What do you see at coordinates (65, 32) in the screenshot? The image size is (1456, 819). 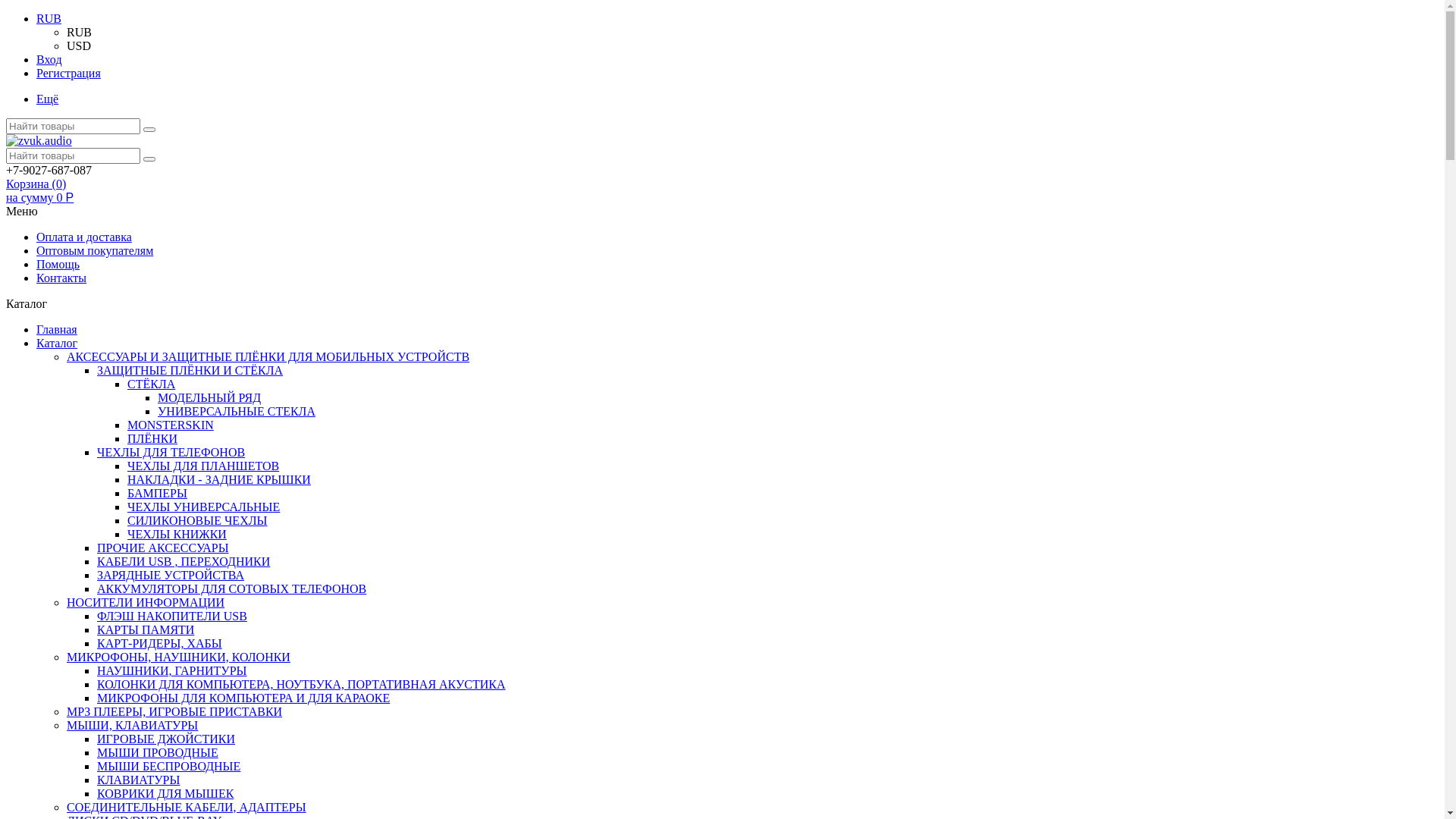 I see `'RUB'` at bounding box center [65, 32].